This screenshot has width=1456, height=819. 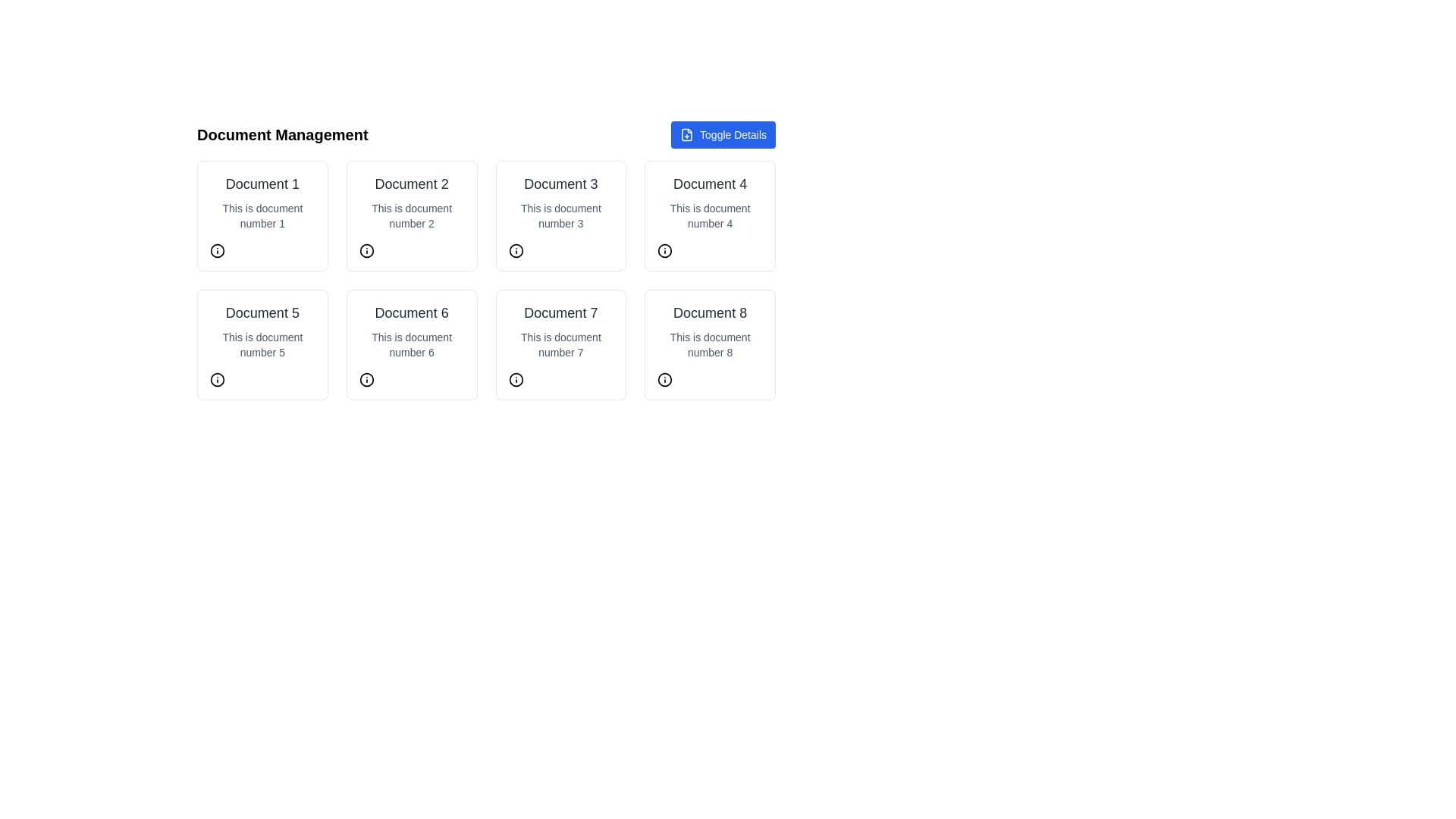 What do you see at coordinates (412, 312) in the screenshot?
I see `text of the label identifying the document as number six, located in the upper portion of the card labeled 'Document 6', which is in the second row, first column of the grid layout` at bounding box center [412, 312].